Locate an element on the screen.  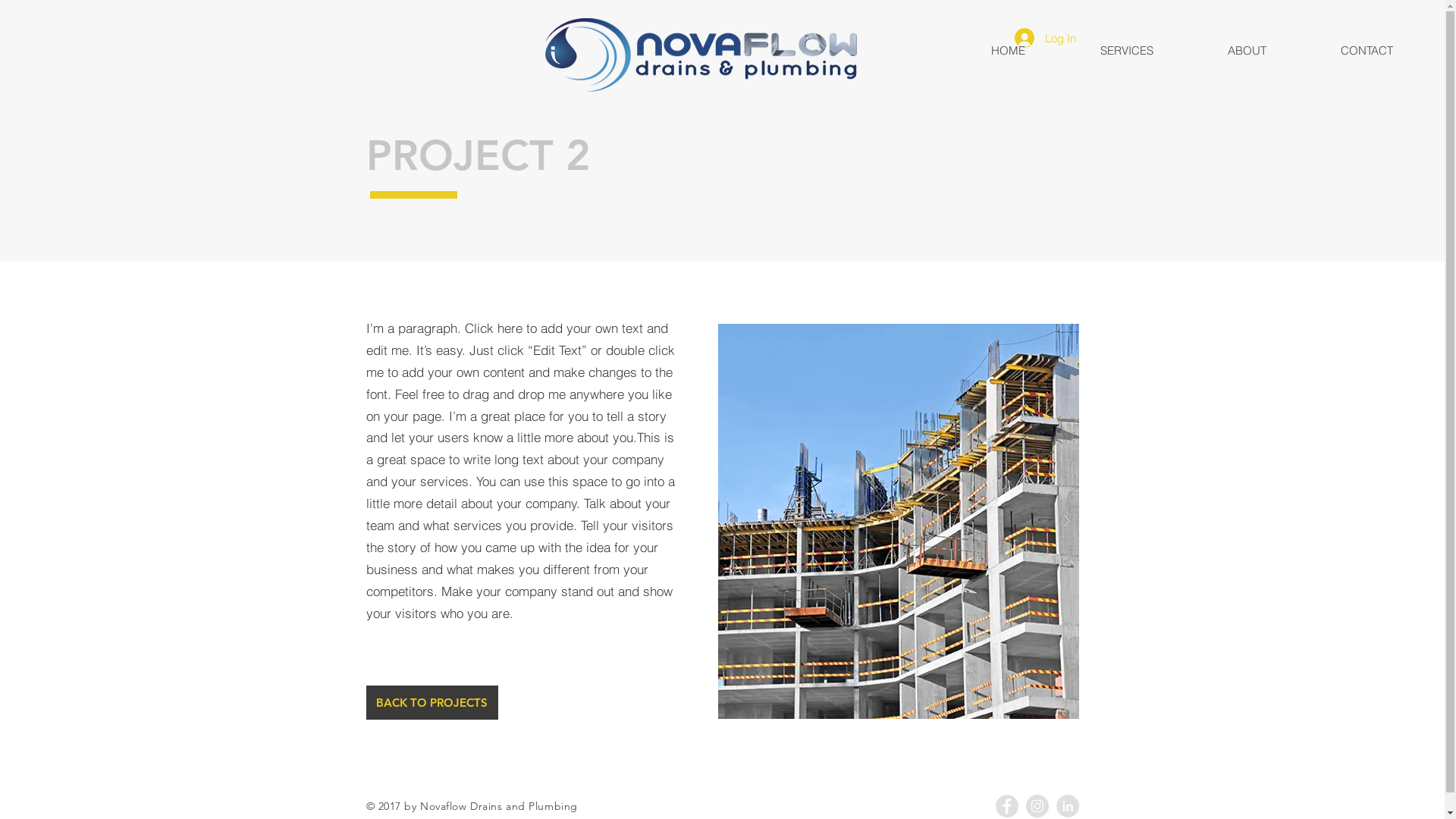
'ABOUT' is located at coordinates (1189, 49).